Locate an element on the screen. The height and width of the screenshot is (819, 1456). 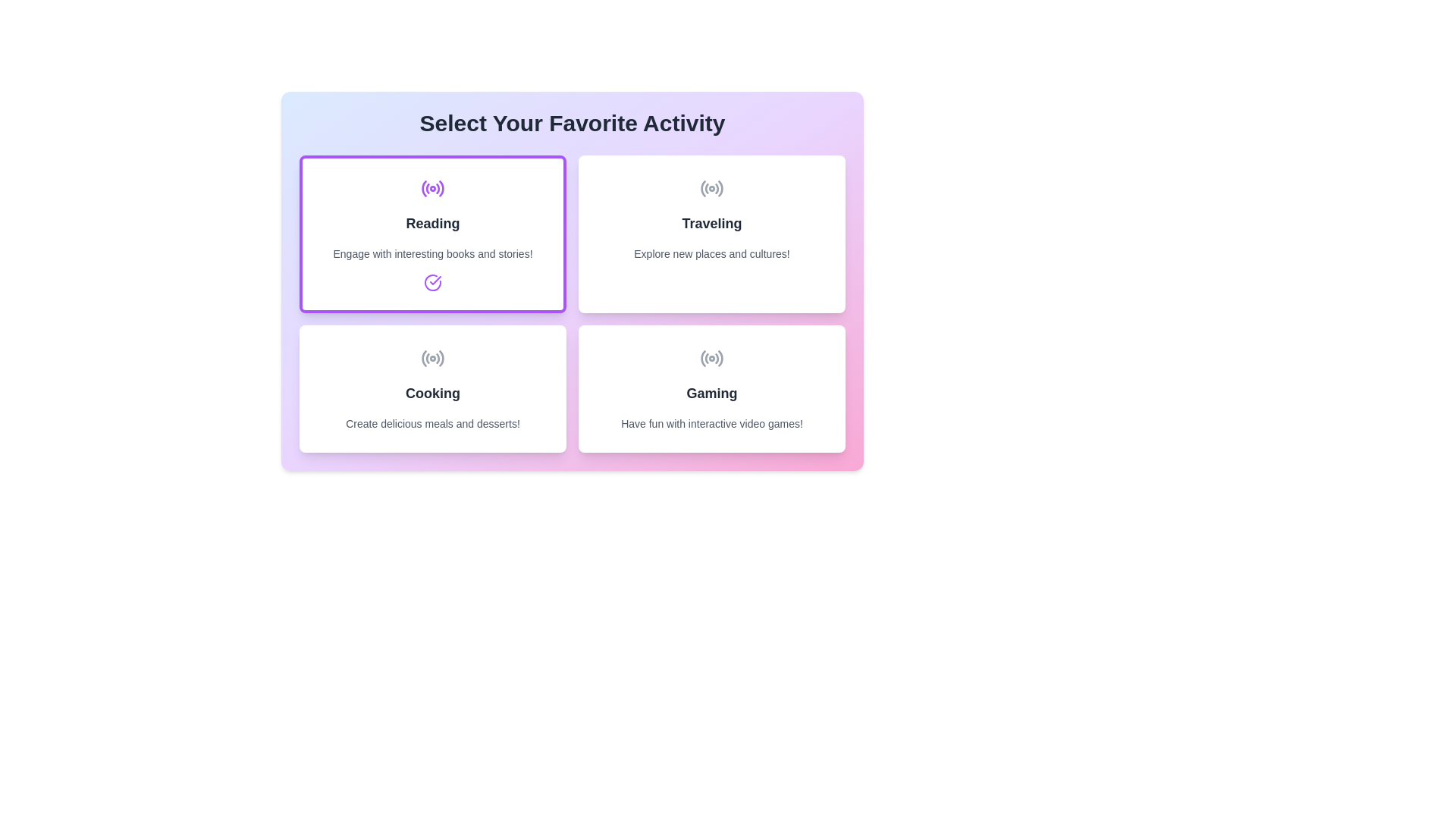
the circular icon with a checkmark inside, styled with a purple border, located at the bottom of the card labeled 'Reading' is located at coordinates (432, 283).